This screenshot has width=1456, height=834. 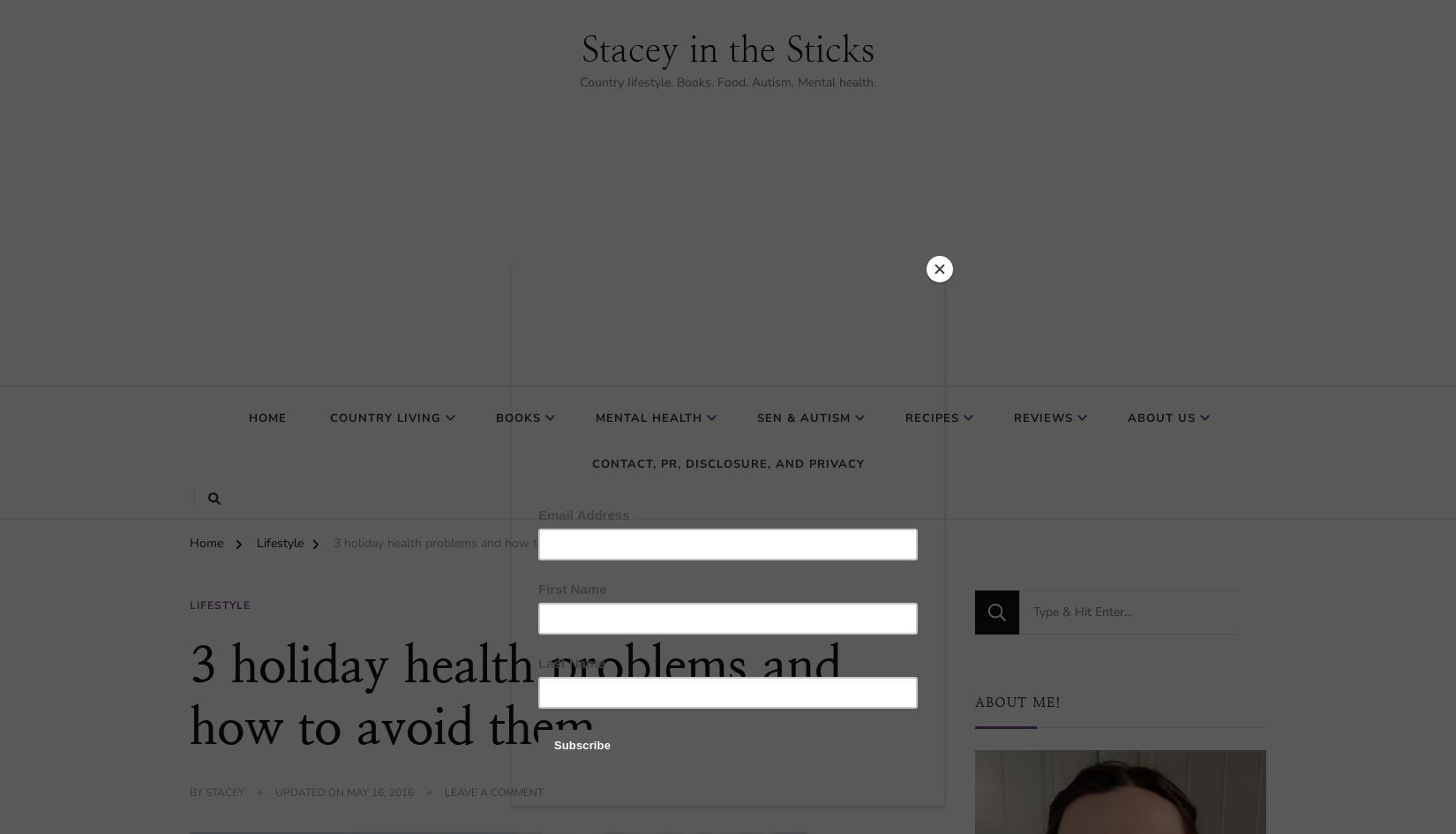 I want to click on 'Contact, PR, Disclosure, and Privacy', so click(x=726, y=462).